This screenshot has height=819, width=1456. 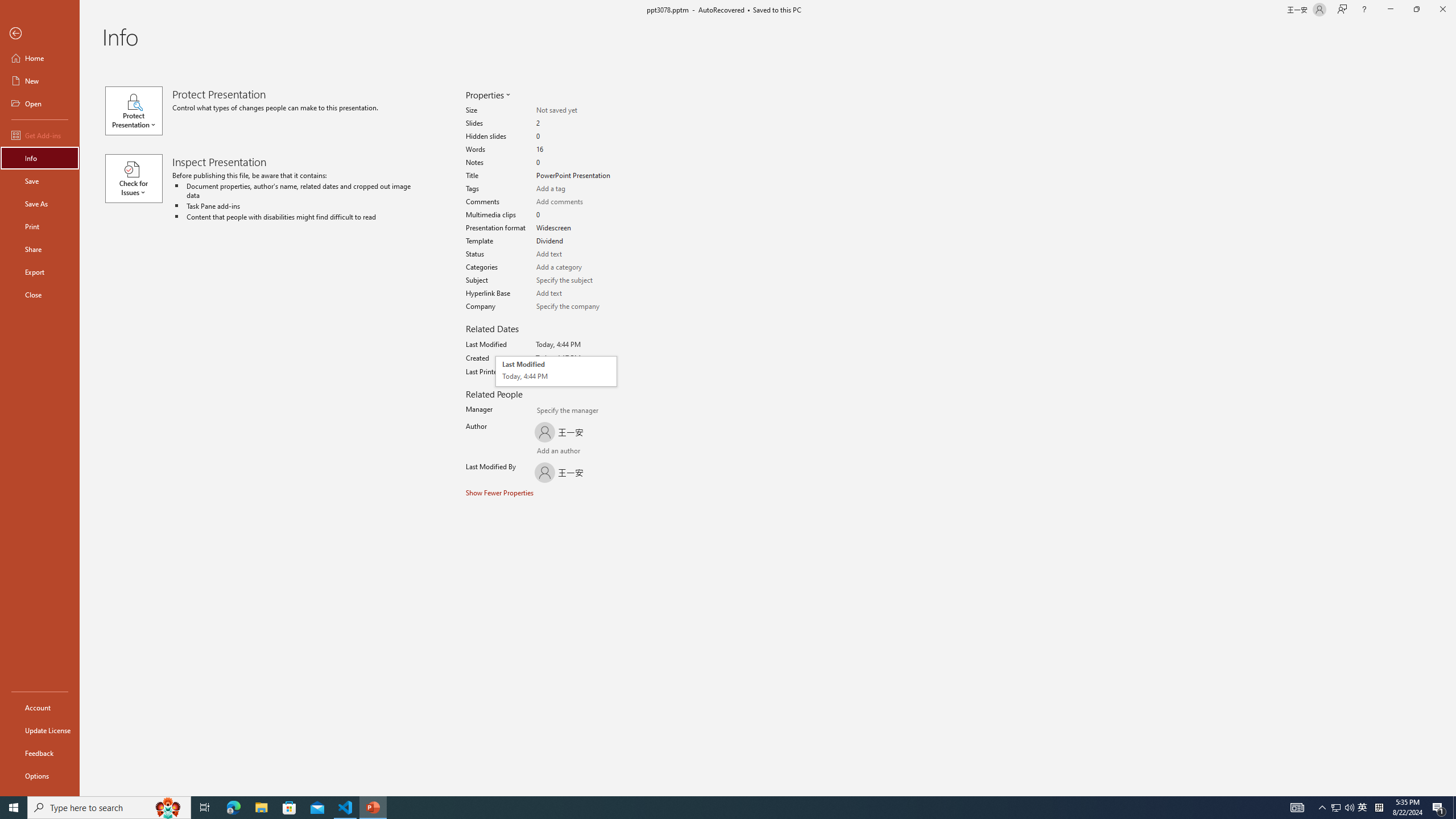 What do you see at coordinates (39, 730) in the screenshot?
I see `'Update License'` at bounding box center [39, 730].